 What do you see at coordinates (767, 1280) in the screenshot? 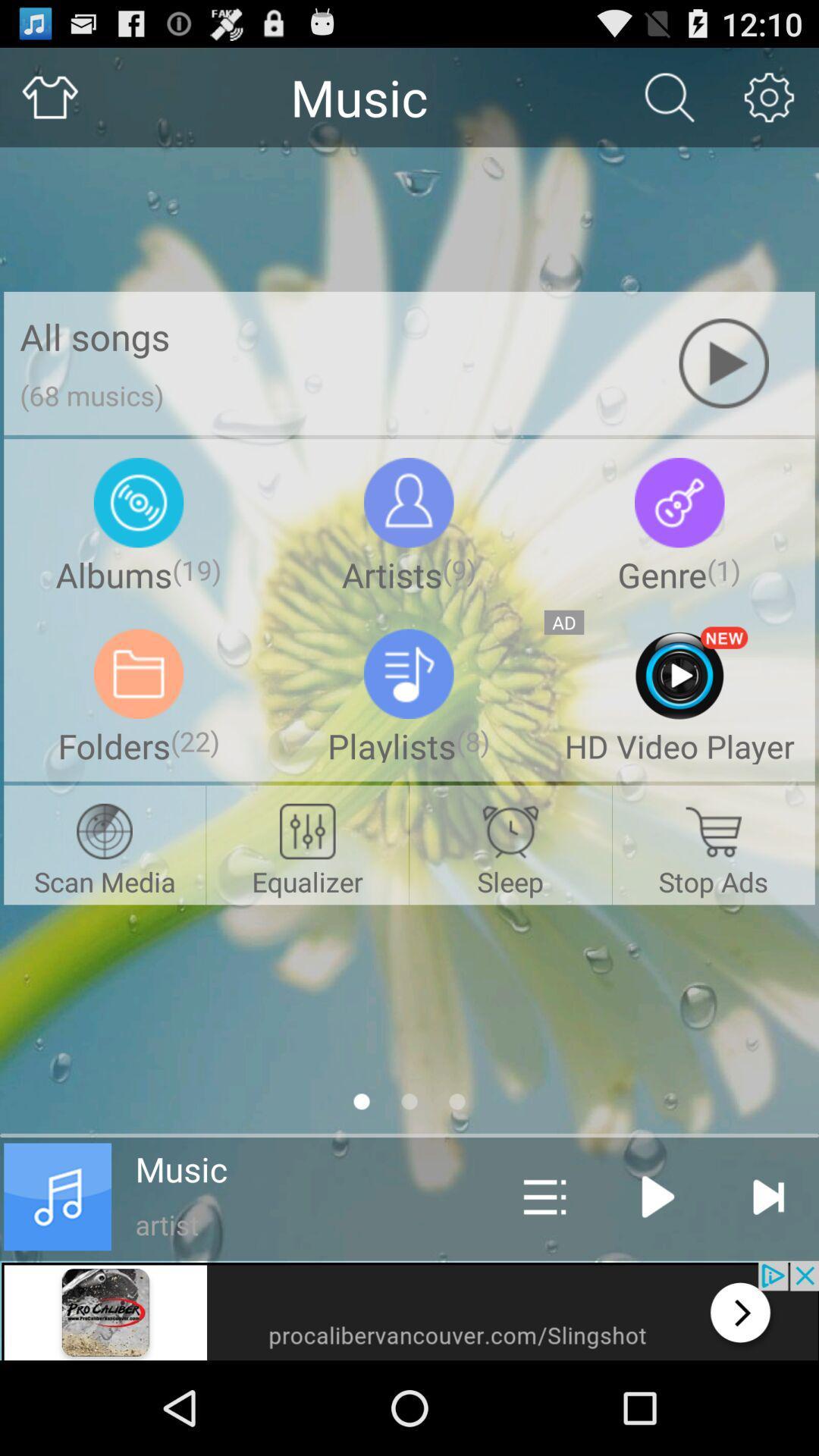
I see `the skip_next icon` at bounding box center [767, 1280].